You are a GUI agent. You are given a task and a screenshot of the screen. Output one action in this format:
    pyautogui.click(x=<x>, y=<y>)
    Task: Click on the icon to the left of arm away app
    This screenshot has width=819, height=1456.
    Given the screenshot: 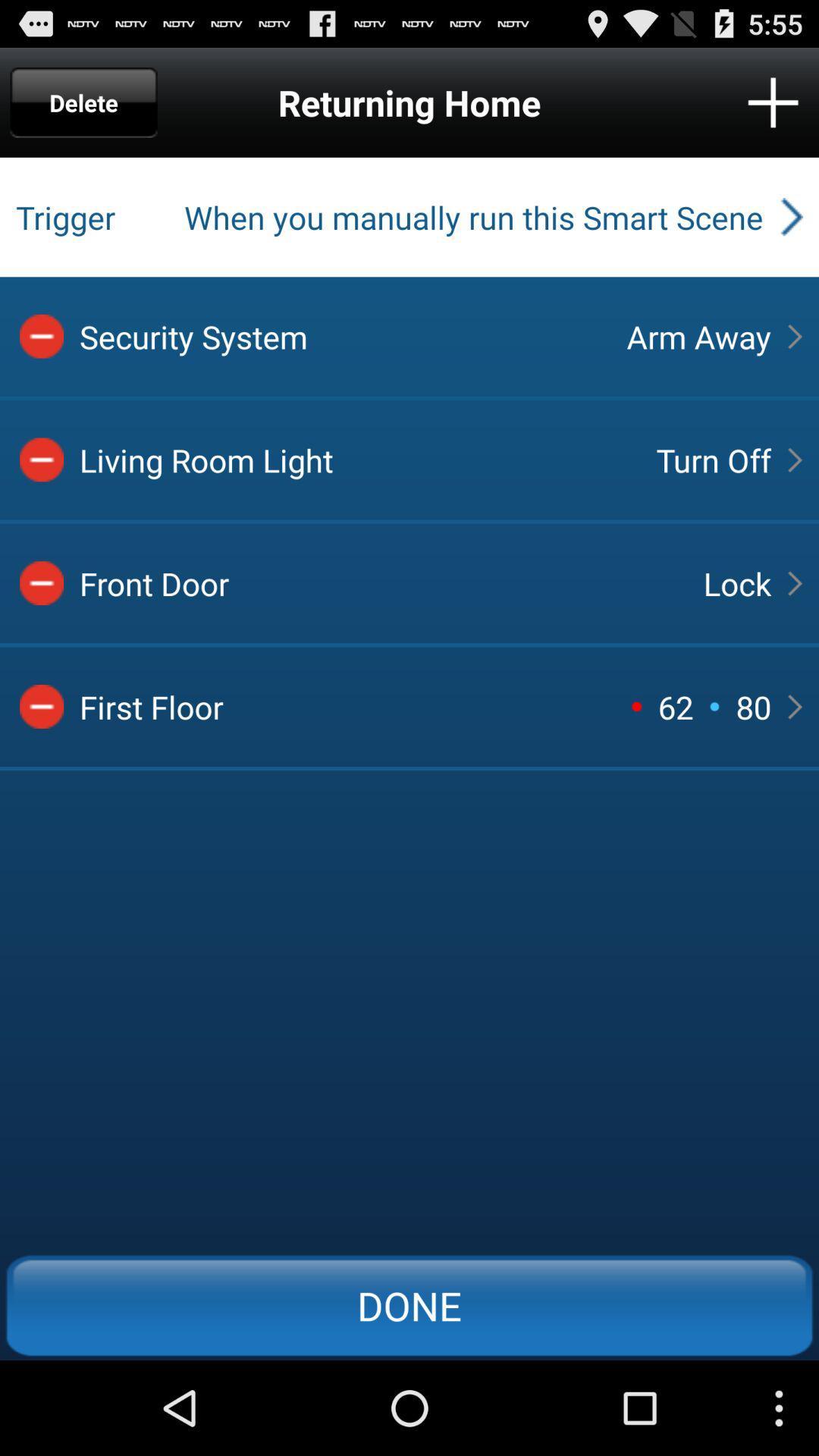 What is the action you would take?
    pyautogui.click(x=339, y=335)
    